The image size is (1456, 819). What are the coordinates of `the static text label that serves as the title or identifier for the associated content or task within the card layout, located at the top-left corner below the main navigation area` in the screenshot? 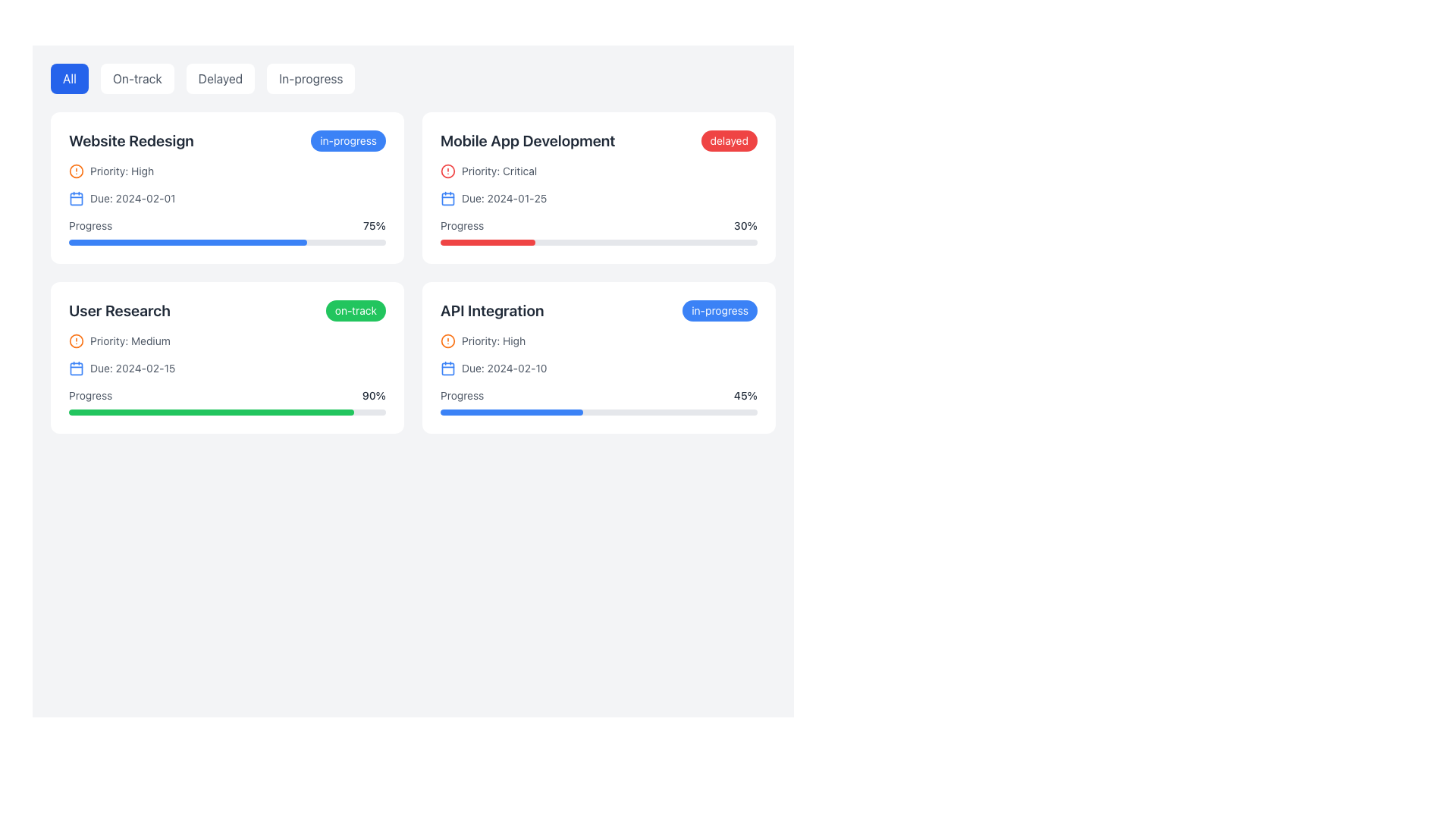 It's located at (119, 309).